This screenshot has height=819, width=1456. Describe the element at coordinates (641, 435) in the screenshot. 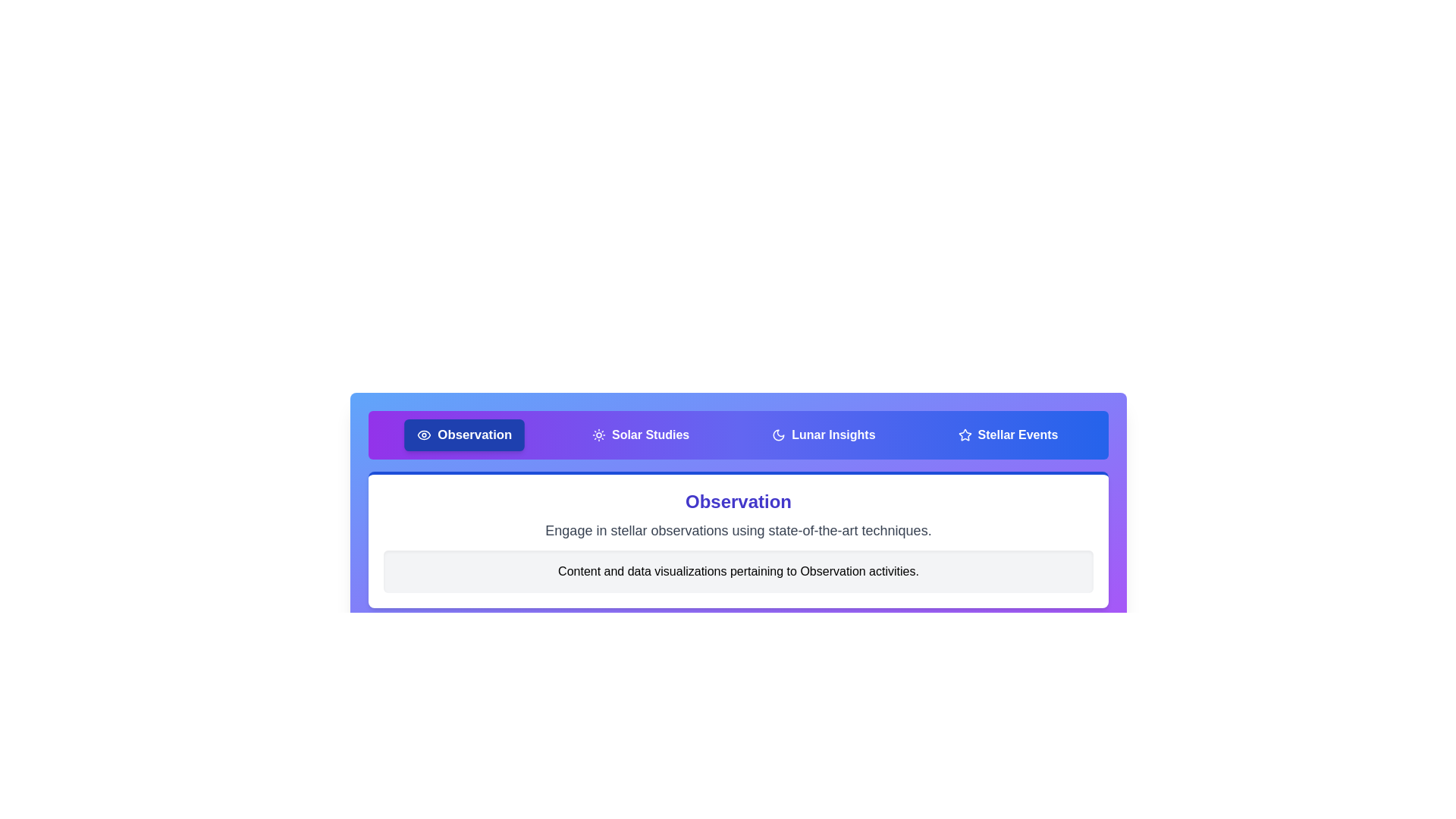

I see `the tab labeled Solar Studies to switch to its content` at that location.